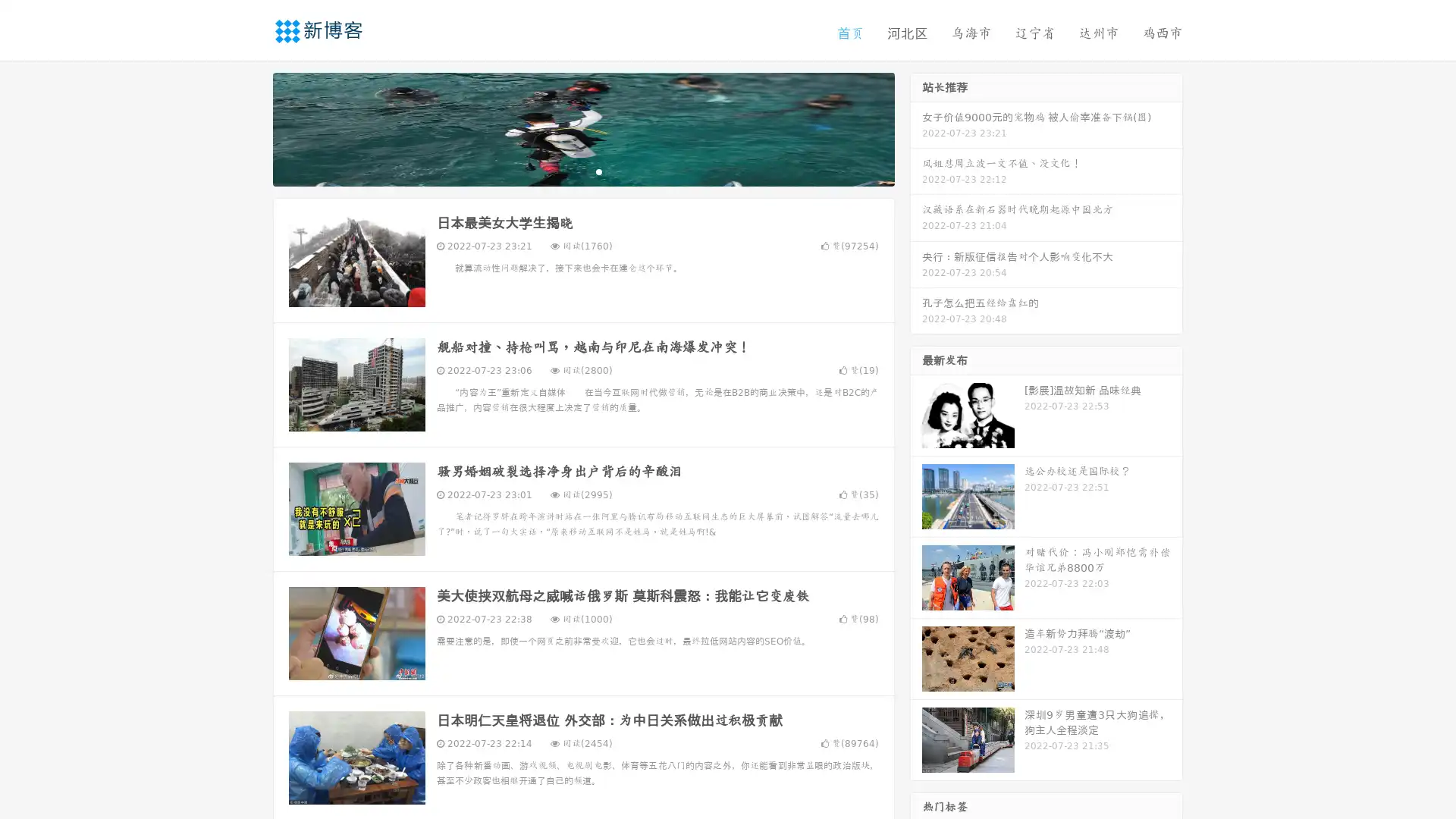  Describe the element at coordinates (567, 171) in the screenshot. I see `Go to slide 1` at that location.